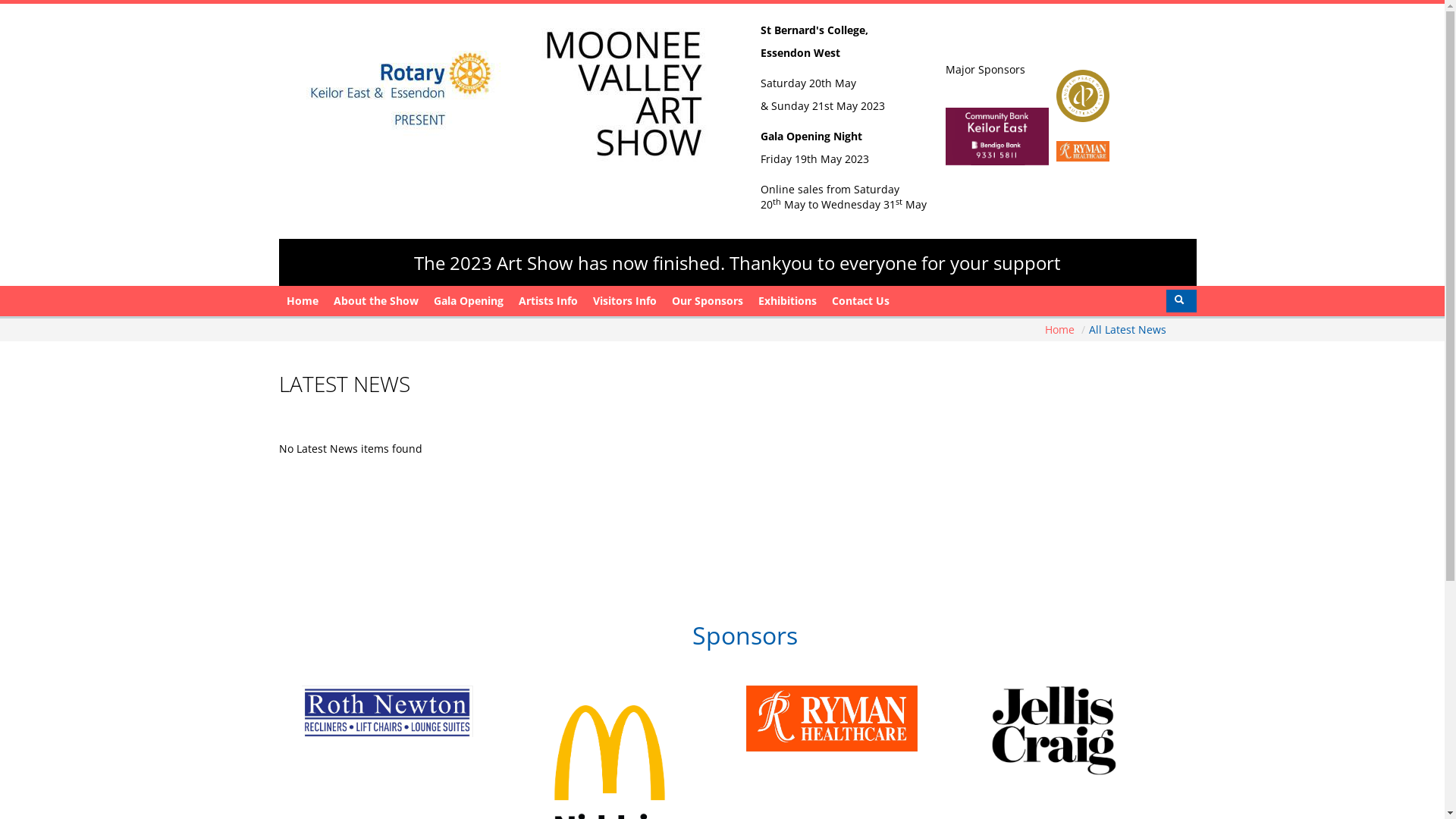 This screenshot has width=1456, height=819. Describe the element at coordinates (1078, 730) in the screenshot. I see `'Jellis Craig'` at that location.